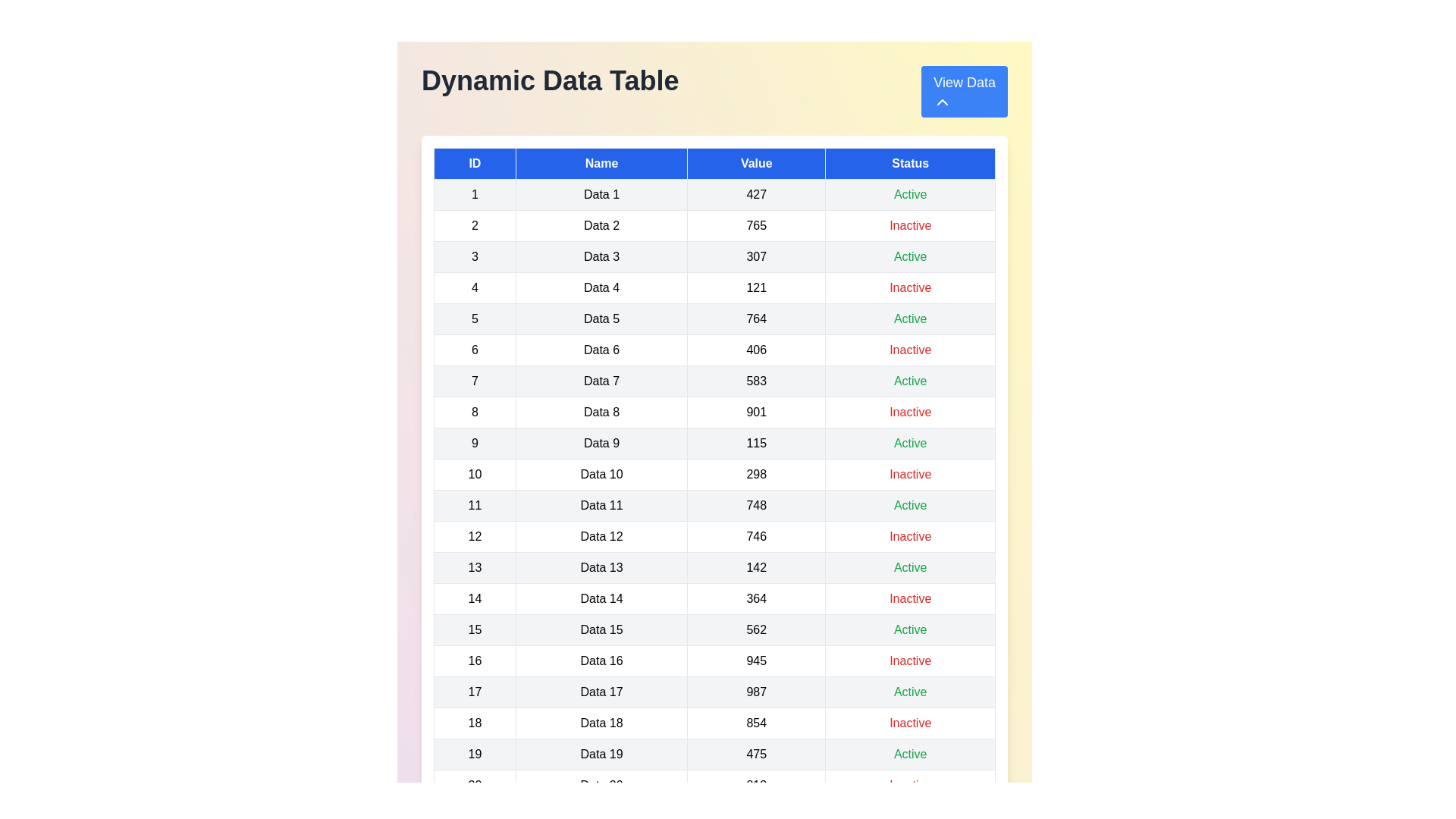 The height and width of the screenshot is (819, 1456). I want to click on 'View Data' button to toggle the data table visibility, so click(964, 91).